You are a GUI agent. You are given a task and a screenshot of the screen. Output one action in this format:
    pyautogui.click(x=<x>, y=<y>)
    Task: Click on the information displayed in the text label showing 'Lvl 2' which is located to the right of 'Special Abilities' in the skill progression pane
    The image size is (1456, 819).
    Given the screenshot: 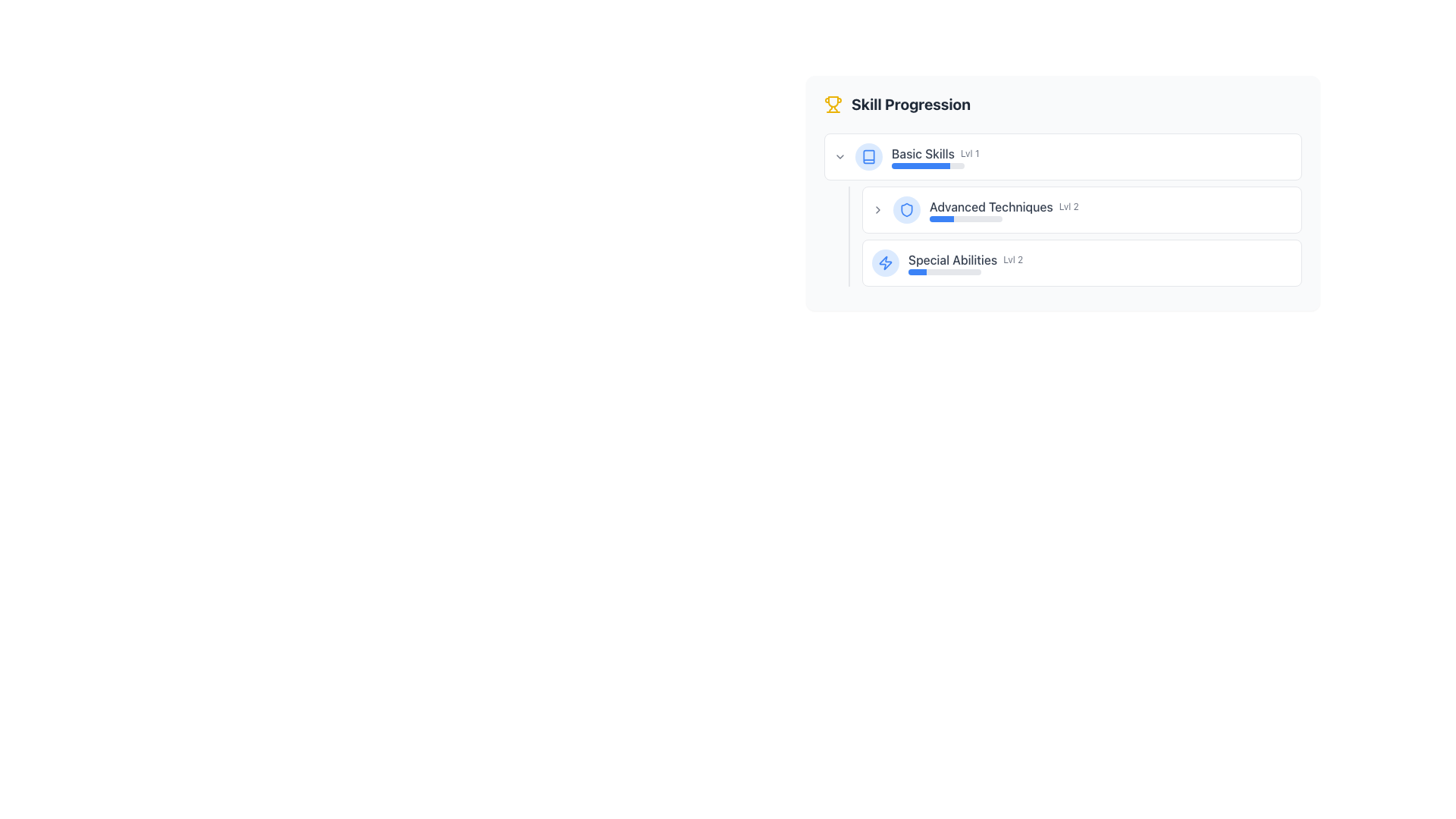 What is the action you would take?
    pyautogui.click(x=1013, y=259)
    